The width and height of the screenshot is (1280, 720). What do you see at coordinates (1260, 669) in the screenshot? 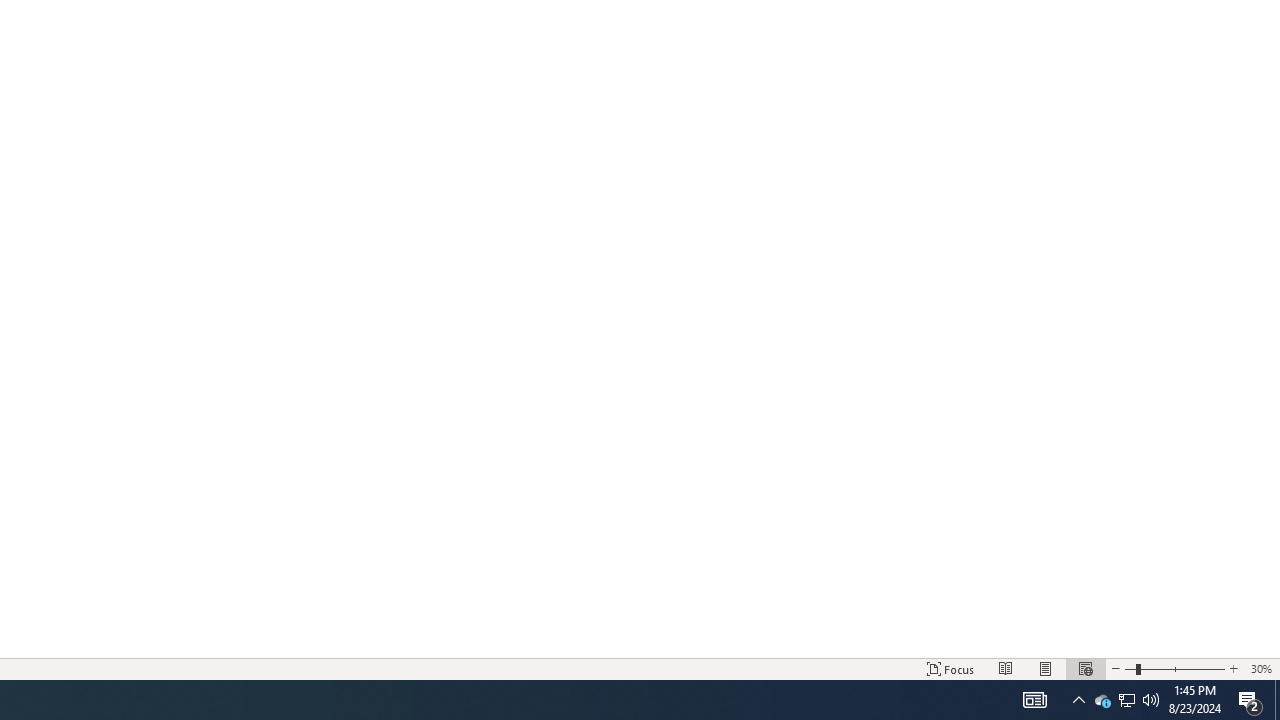
I see `'Zoom 30%'` at bounding box center [1260, 669].